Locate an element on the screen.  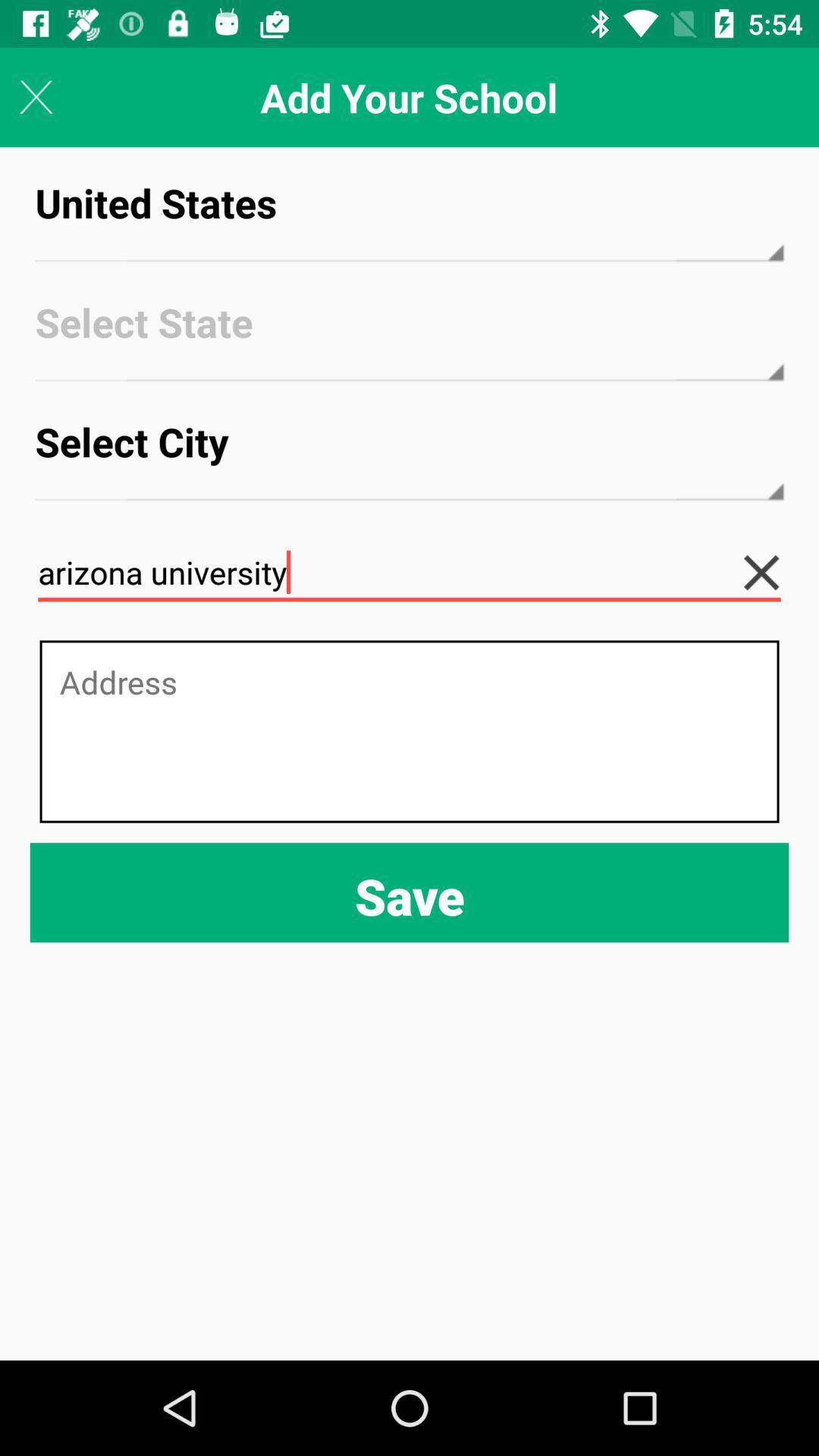
the icon above the arizona university icon is located at coordinates (409, 455).